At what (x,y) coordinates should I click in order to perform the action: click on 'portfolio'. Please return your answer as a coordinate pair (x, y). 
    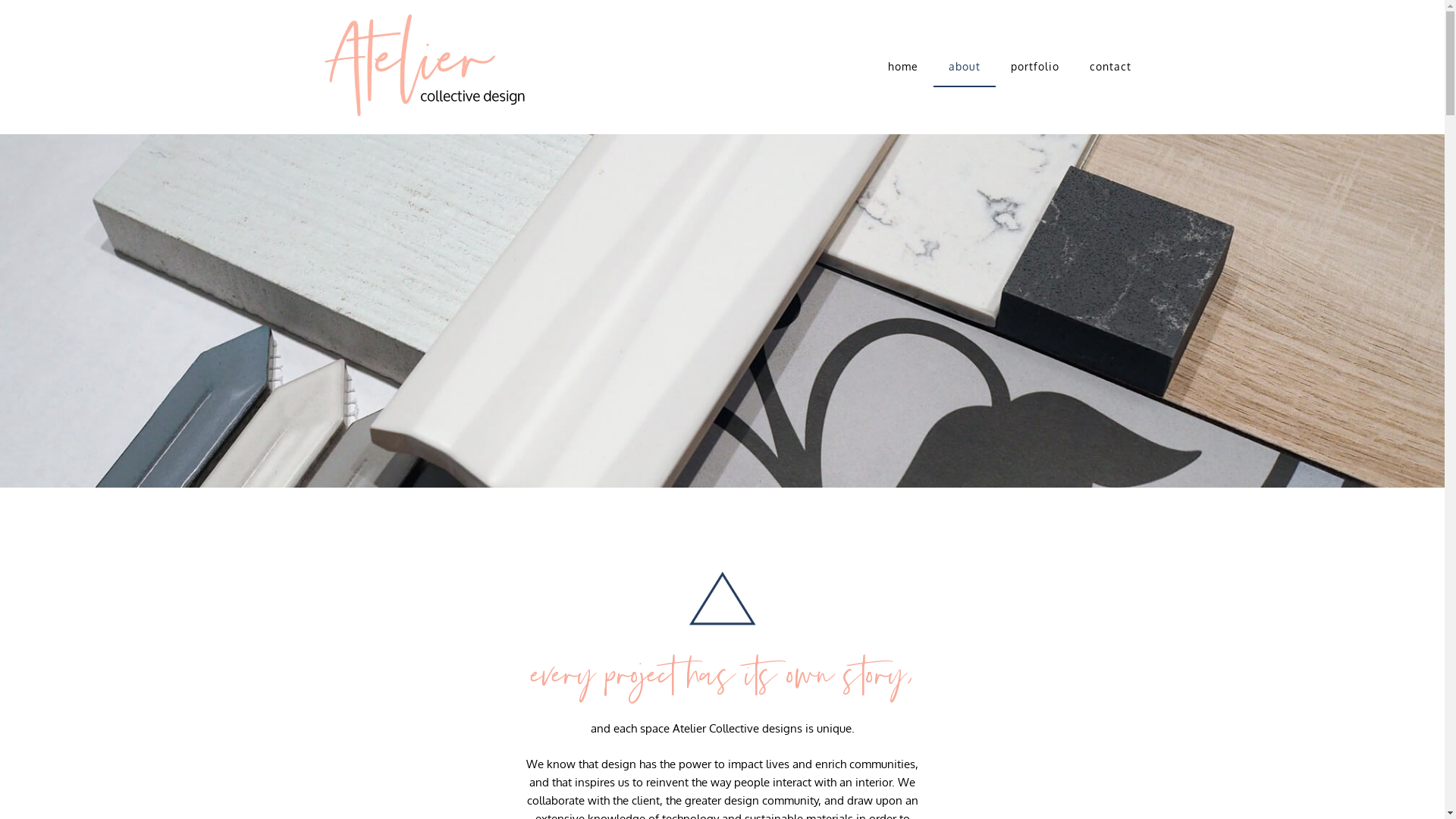
    Looking at the image, I should click on (1034, 66).